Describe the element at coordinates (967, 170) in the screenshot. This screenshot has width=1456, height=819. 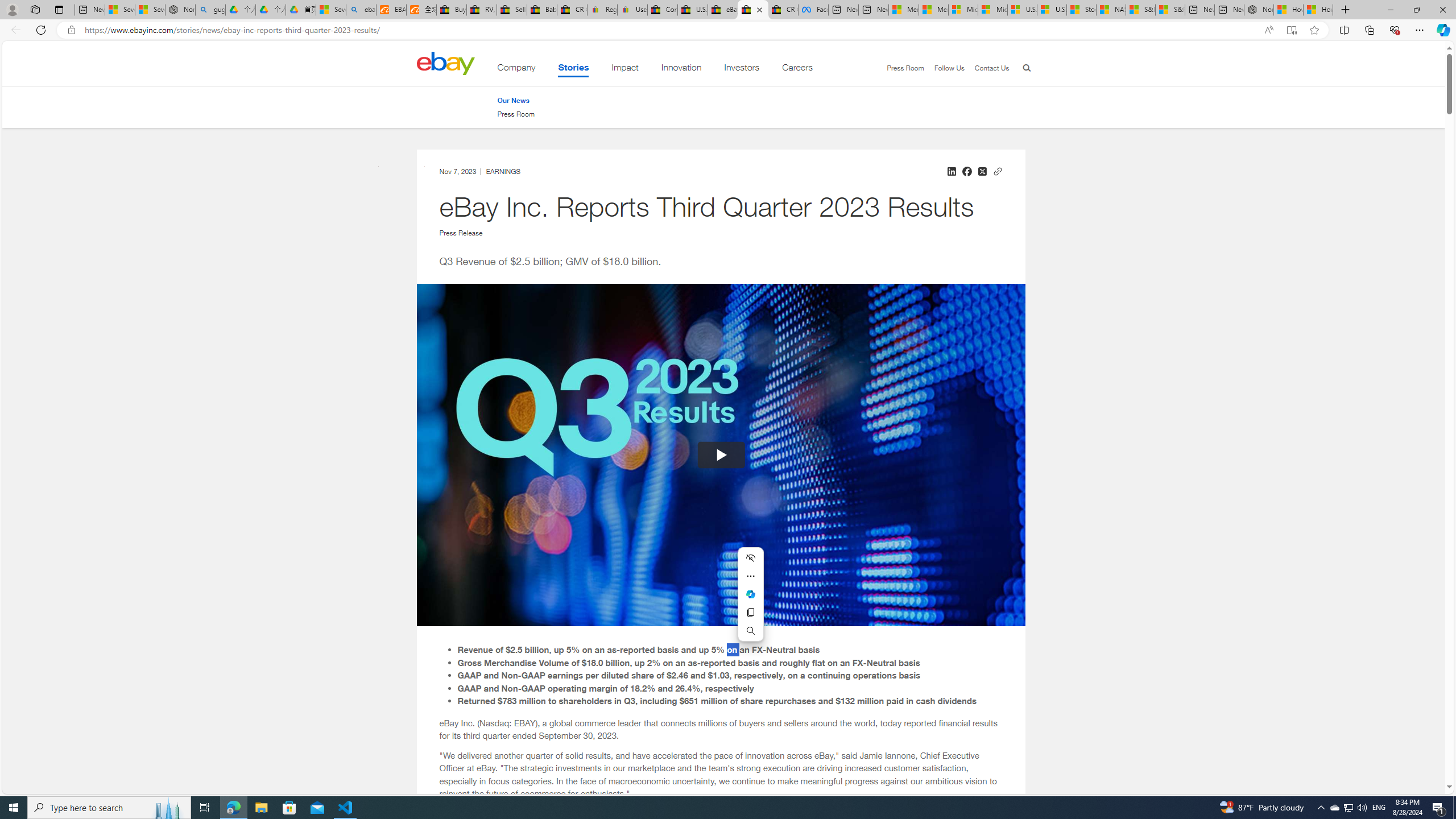
I see `'Share on Facebook'` at that location.